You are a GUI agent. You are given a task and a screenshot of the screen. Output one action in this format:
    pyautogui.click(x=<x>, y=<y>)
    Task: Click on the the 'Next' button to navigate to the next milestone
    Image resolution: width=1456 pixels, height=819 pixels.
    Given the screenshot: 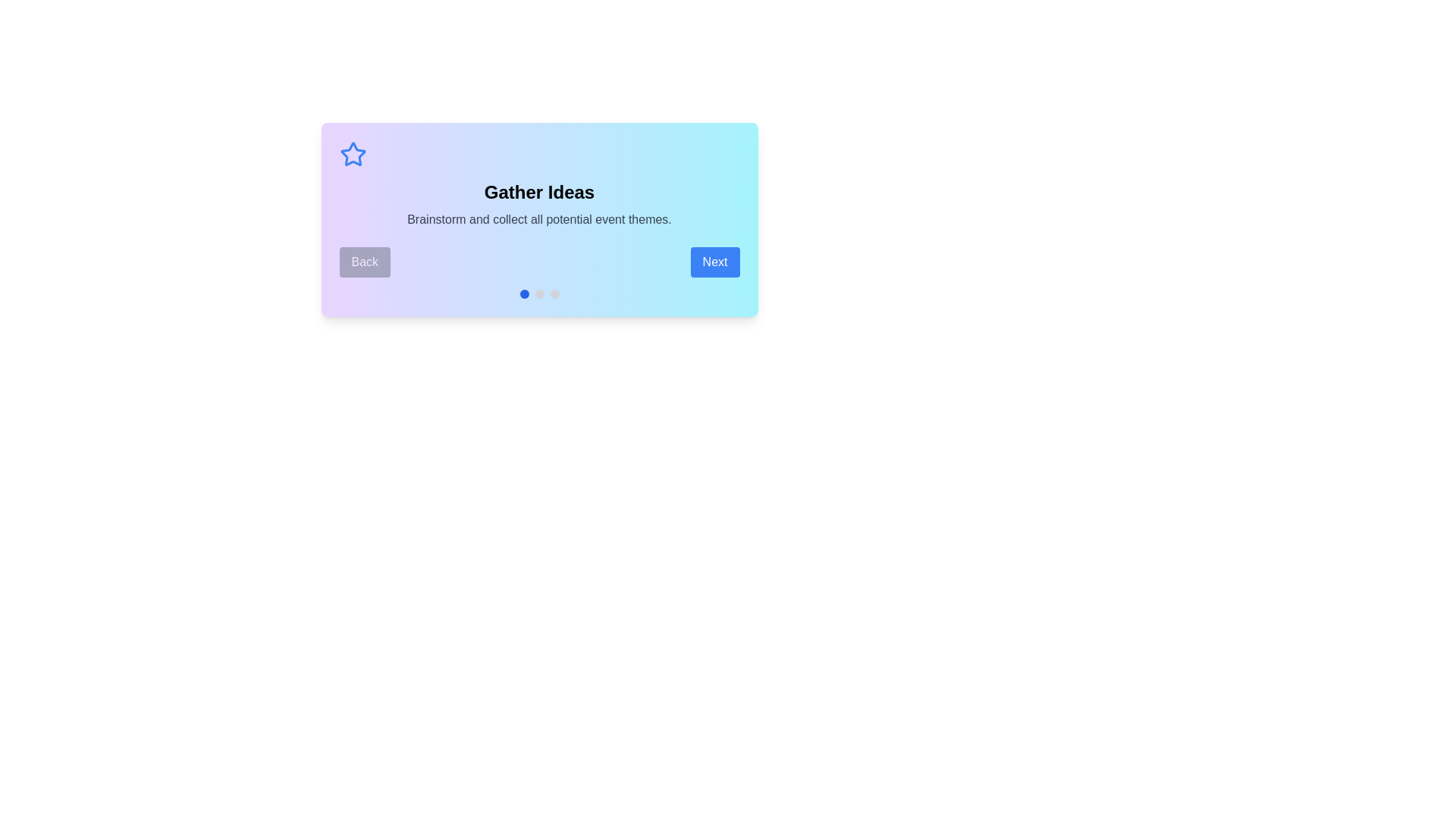 What is the action you would take?
    pyautogui.click(x=714, y=262)
    